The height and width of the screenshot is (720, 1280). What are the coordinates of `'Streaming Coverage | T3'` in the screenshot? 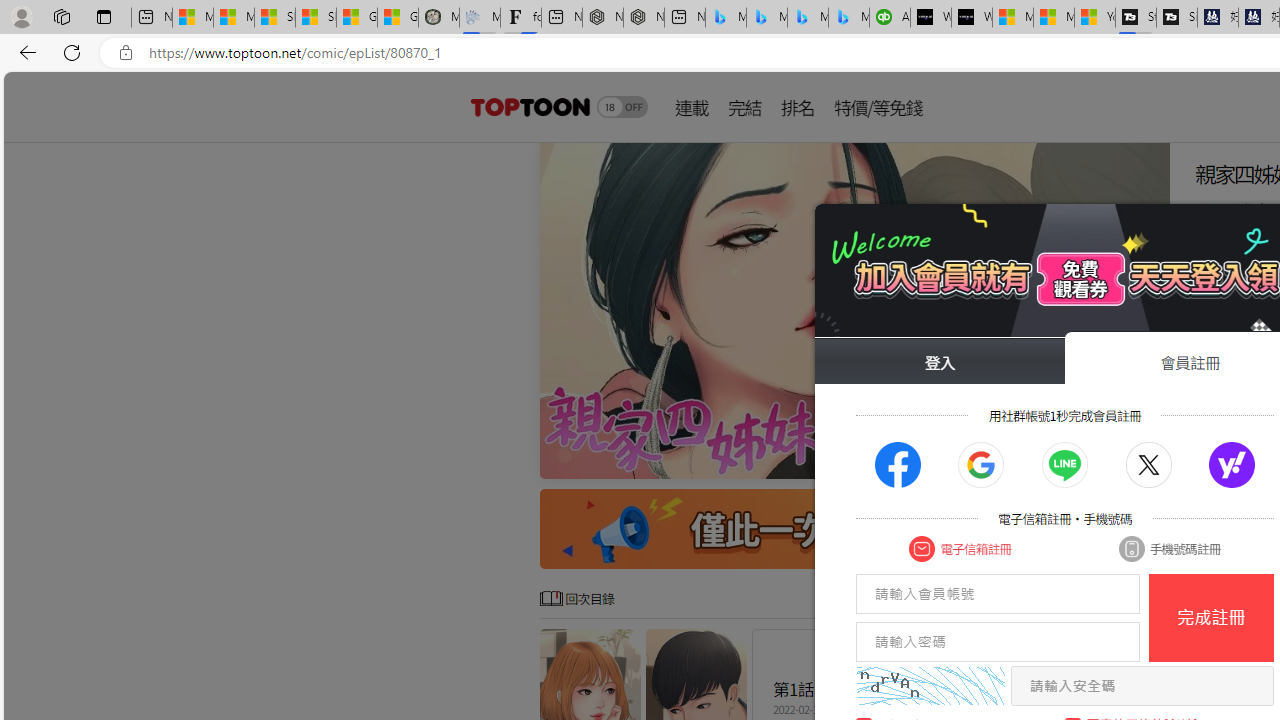 It's located at (1136, 17).